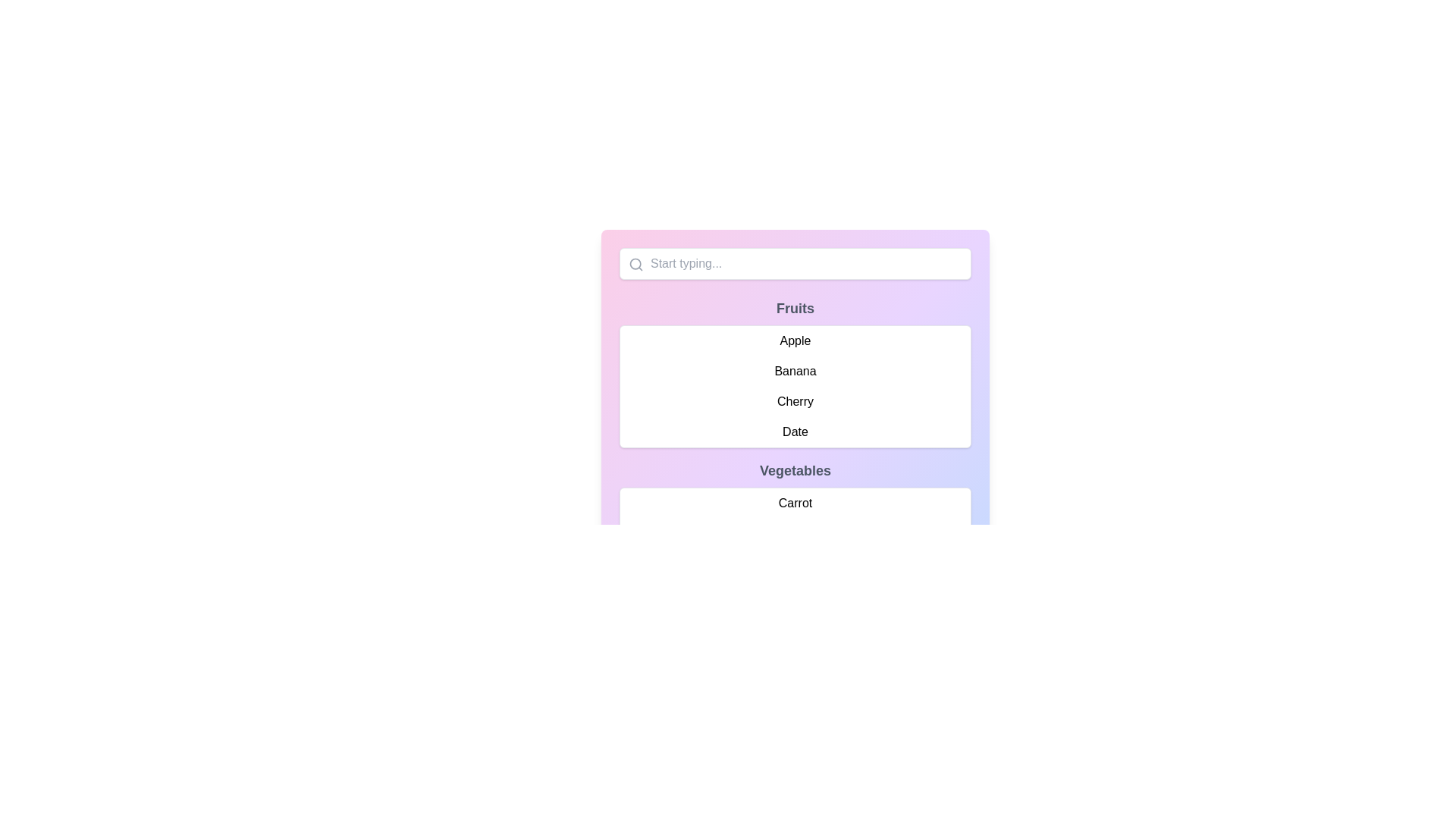 This screenshot has width=1456, height=819. Describe the element at coordinates (795, 371) in the screenshot. I see `the selectable text item 'Banana' in the Fruits list` at that location.